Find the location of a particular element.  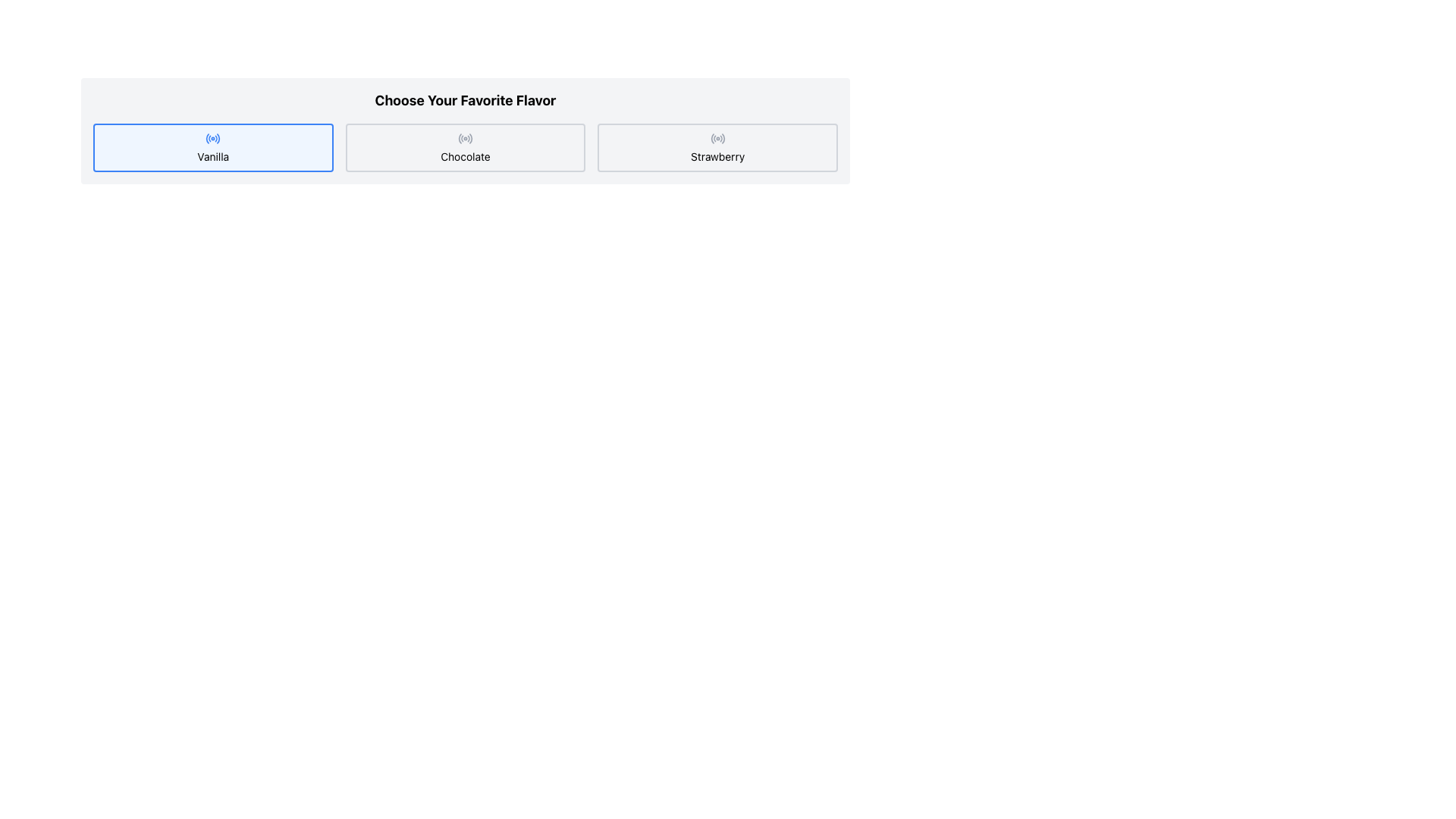

the 'Chocolate' button, which is a rectangular button with rounded corners, a gray border, and a centered text label reading 'Chocolate' with a radio button icon above it is located at coordinates (465, 148).